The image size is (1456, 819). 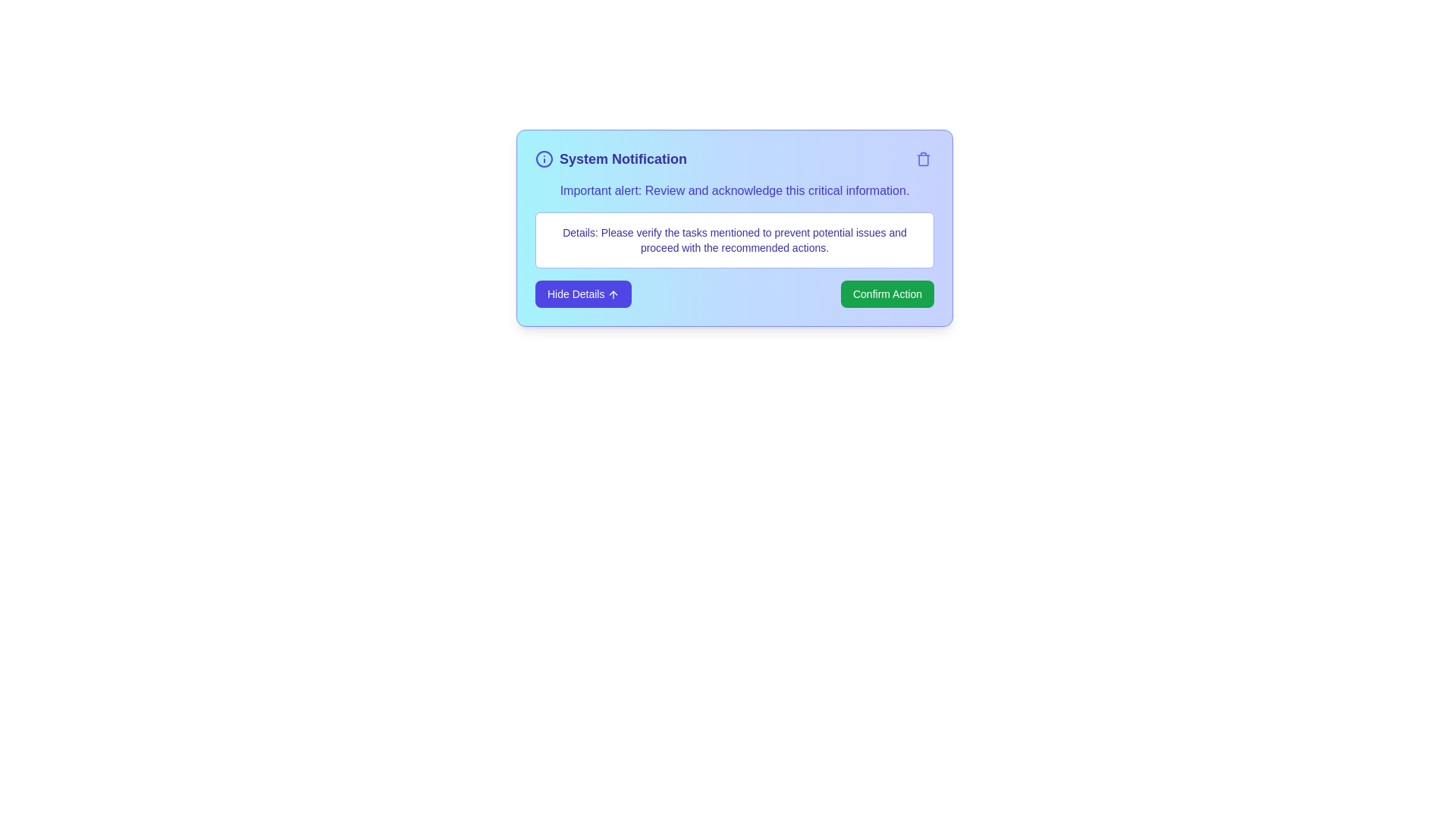 What do you see at coordinates (887, 294) in the screenshot?
I see `the 'Confirm Action' button to confirm the action` at bounding box center [887, 294].